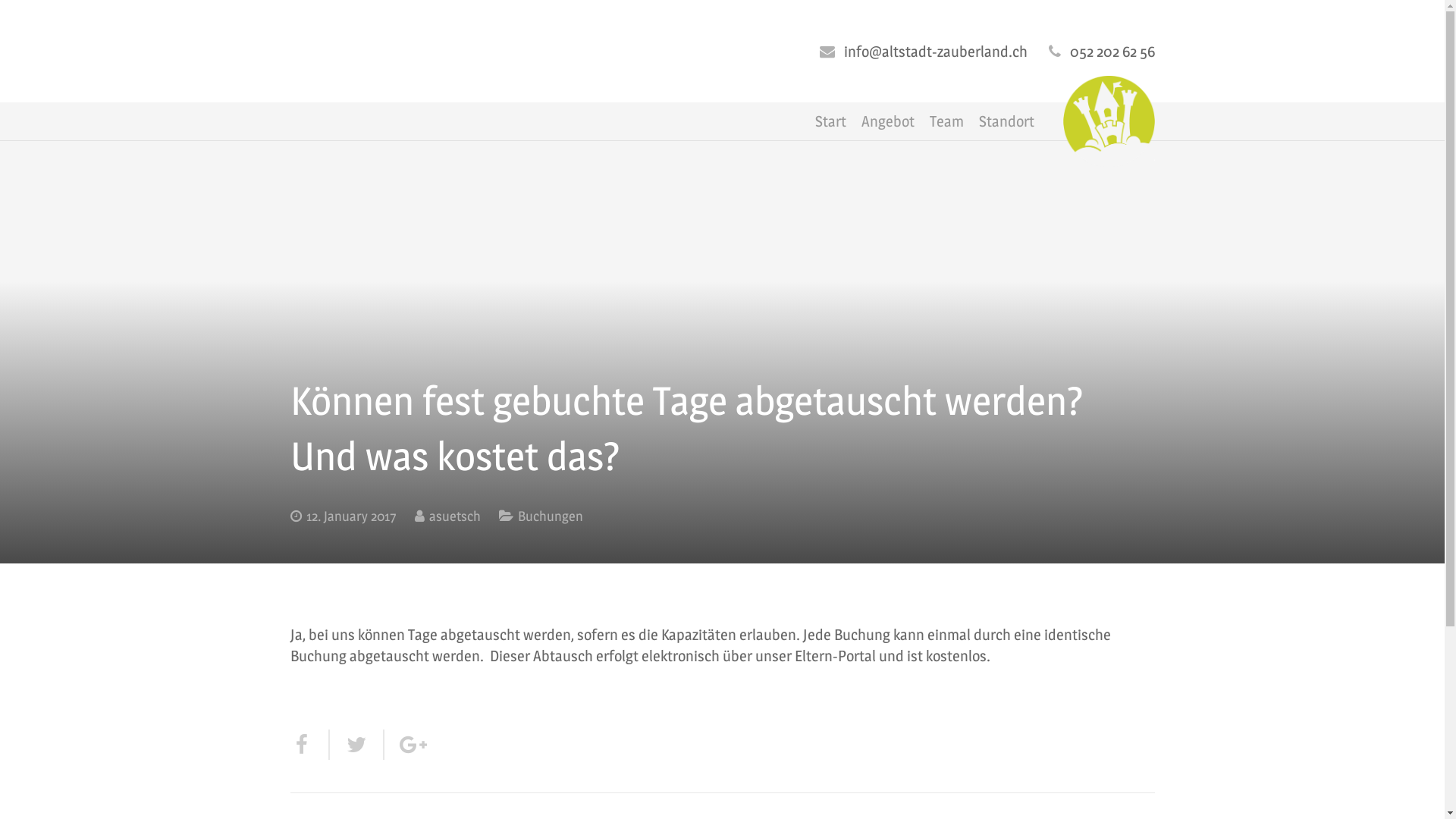 The image size is (1456, 819). Describe the element at coordinates (843, 51) in the screenshot. I see `'info@altstadt-zauberland.ch'` at that location.